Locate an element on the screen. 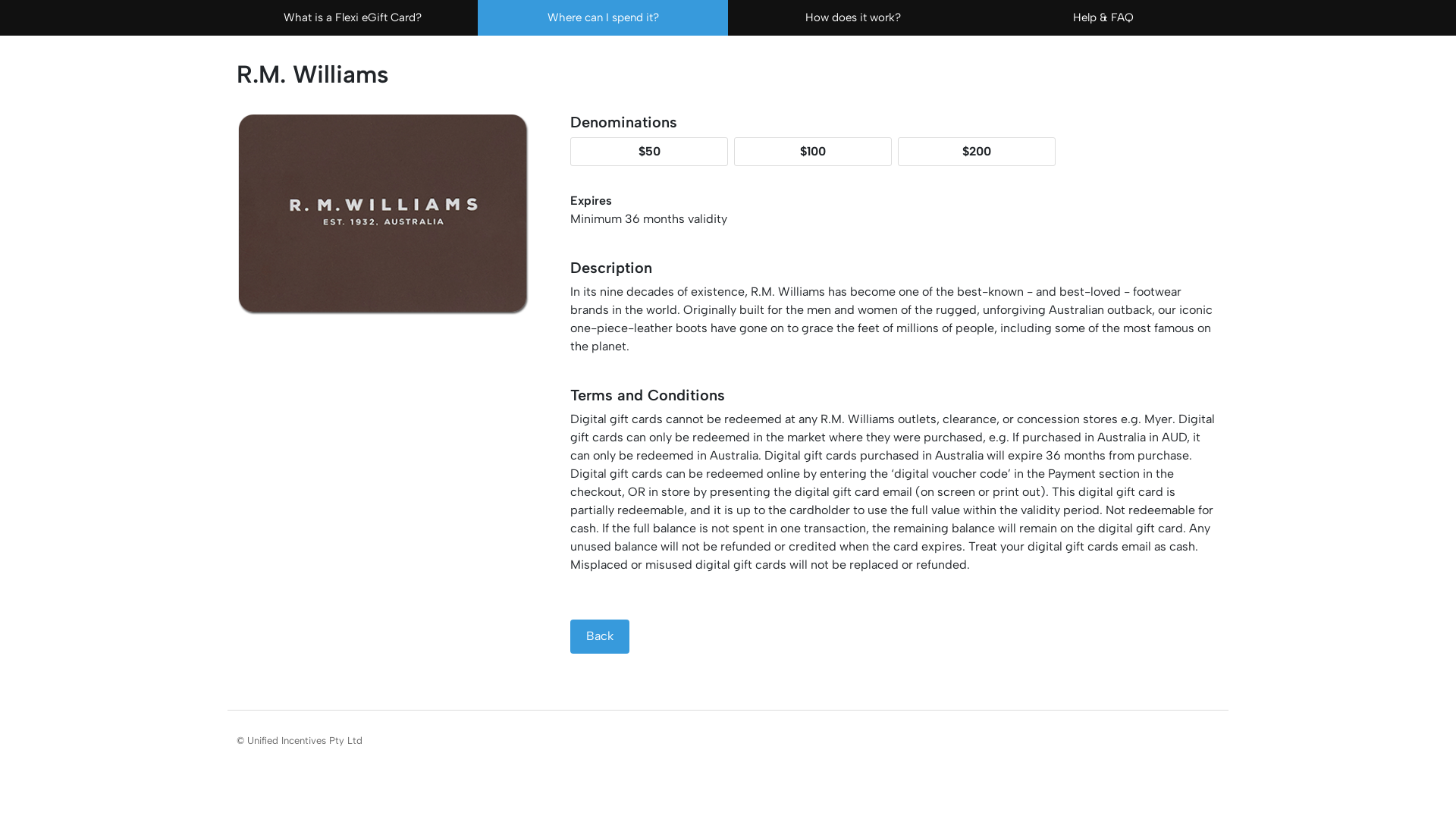  'Help & FAQ' is located at coordinates (1103, 17).